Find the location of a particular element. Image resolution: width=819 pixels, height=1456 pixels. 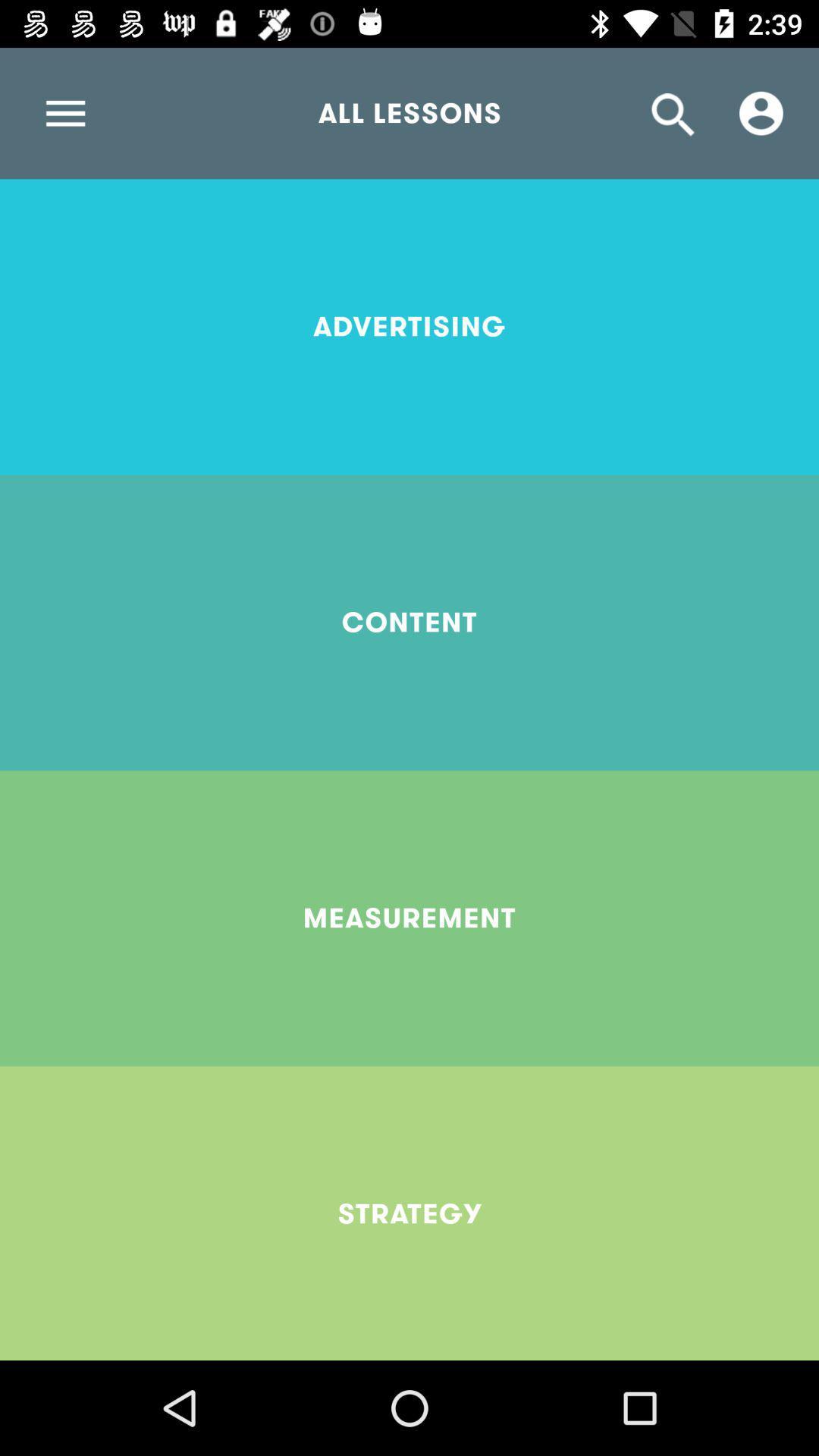

the item next to the all lessons item is located at coordinates (761, 112).